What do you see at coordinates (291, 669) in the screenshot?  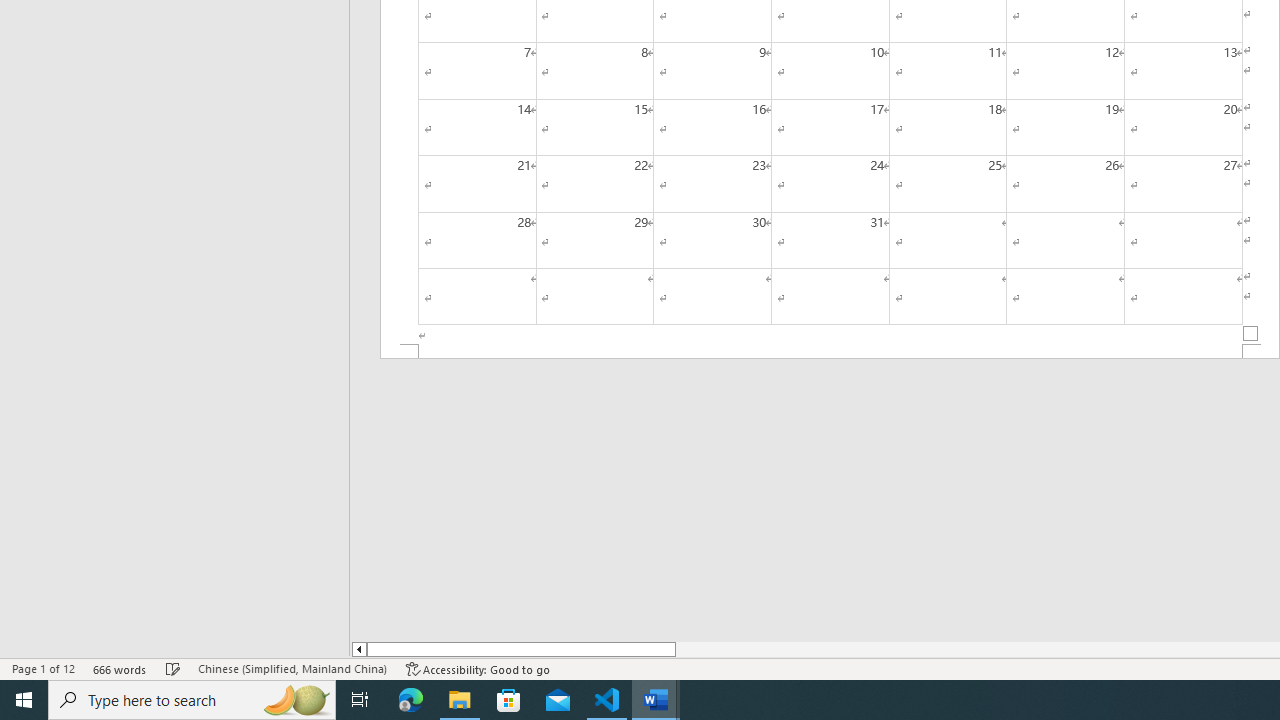 I see `'Language Chinese (Simplified, Mainland China)'` at bounding box center [291, 669].